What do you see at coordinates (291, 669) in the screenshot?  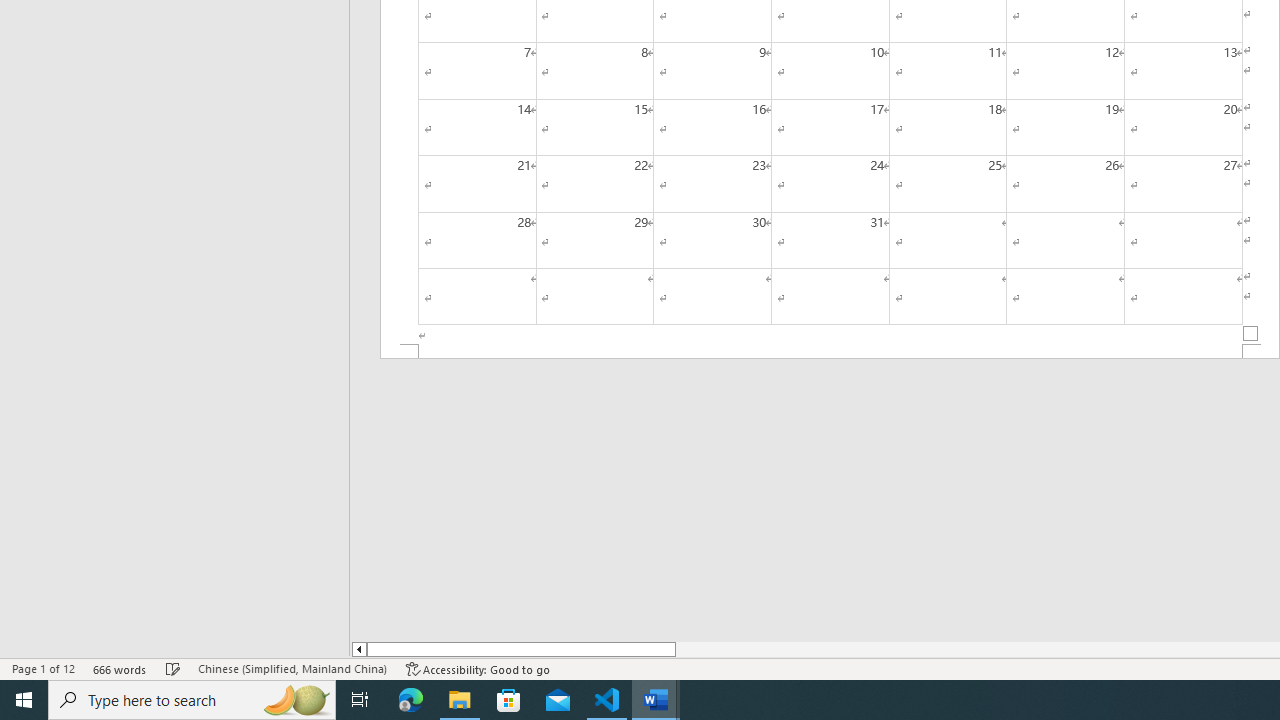 I see `'Language Chinese (Simplified, Mainland China)'` at bounding box center [291, 669].